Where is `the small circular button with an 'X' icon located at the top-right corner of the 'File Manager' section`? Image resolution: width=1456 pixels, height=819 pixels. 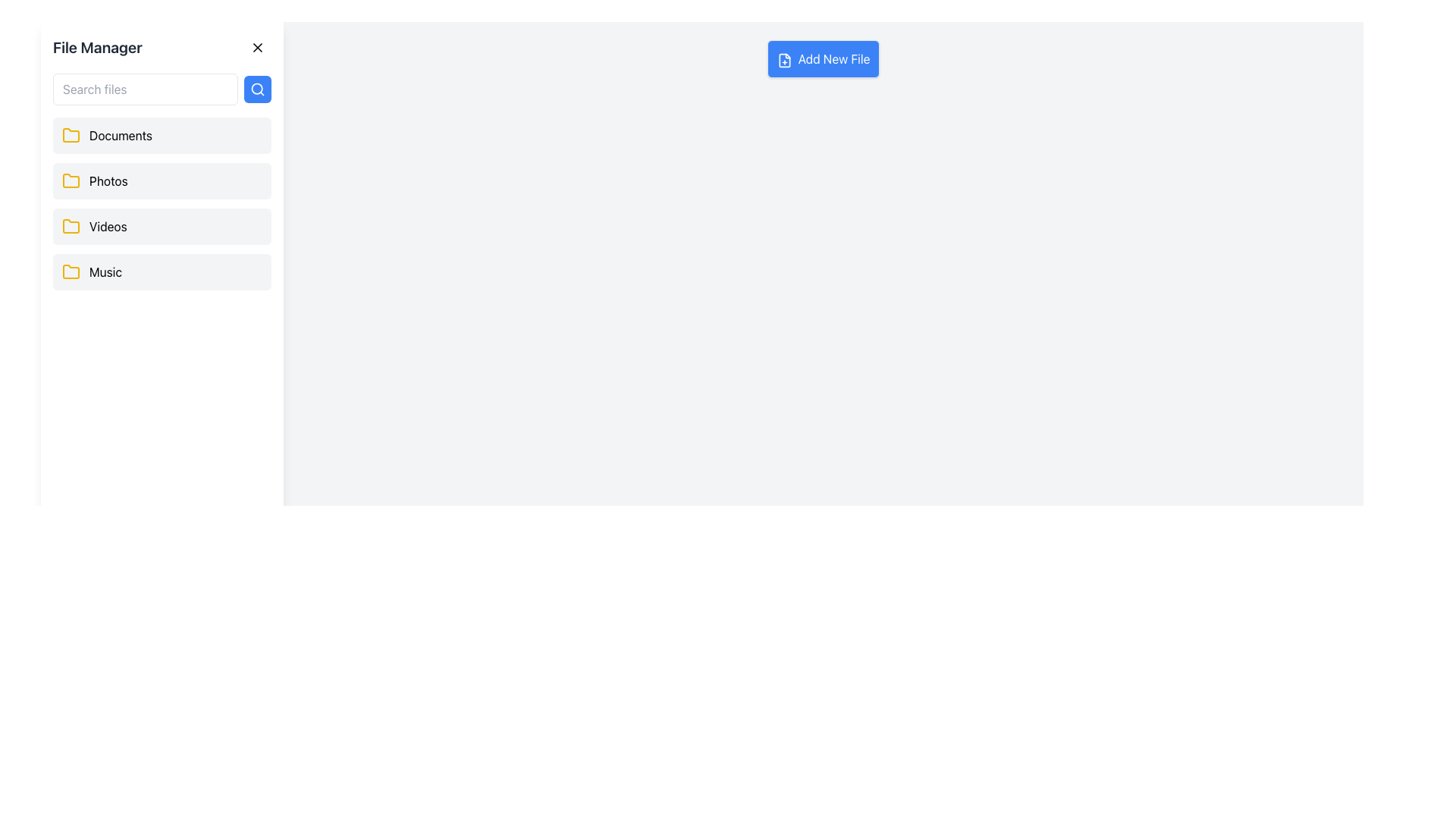
the small circular button with an 'X' icon located at the top-right corner of the 'File Manager' section is located at coordinates (258, 46).